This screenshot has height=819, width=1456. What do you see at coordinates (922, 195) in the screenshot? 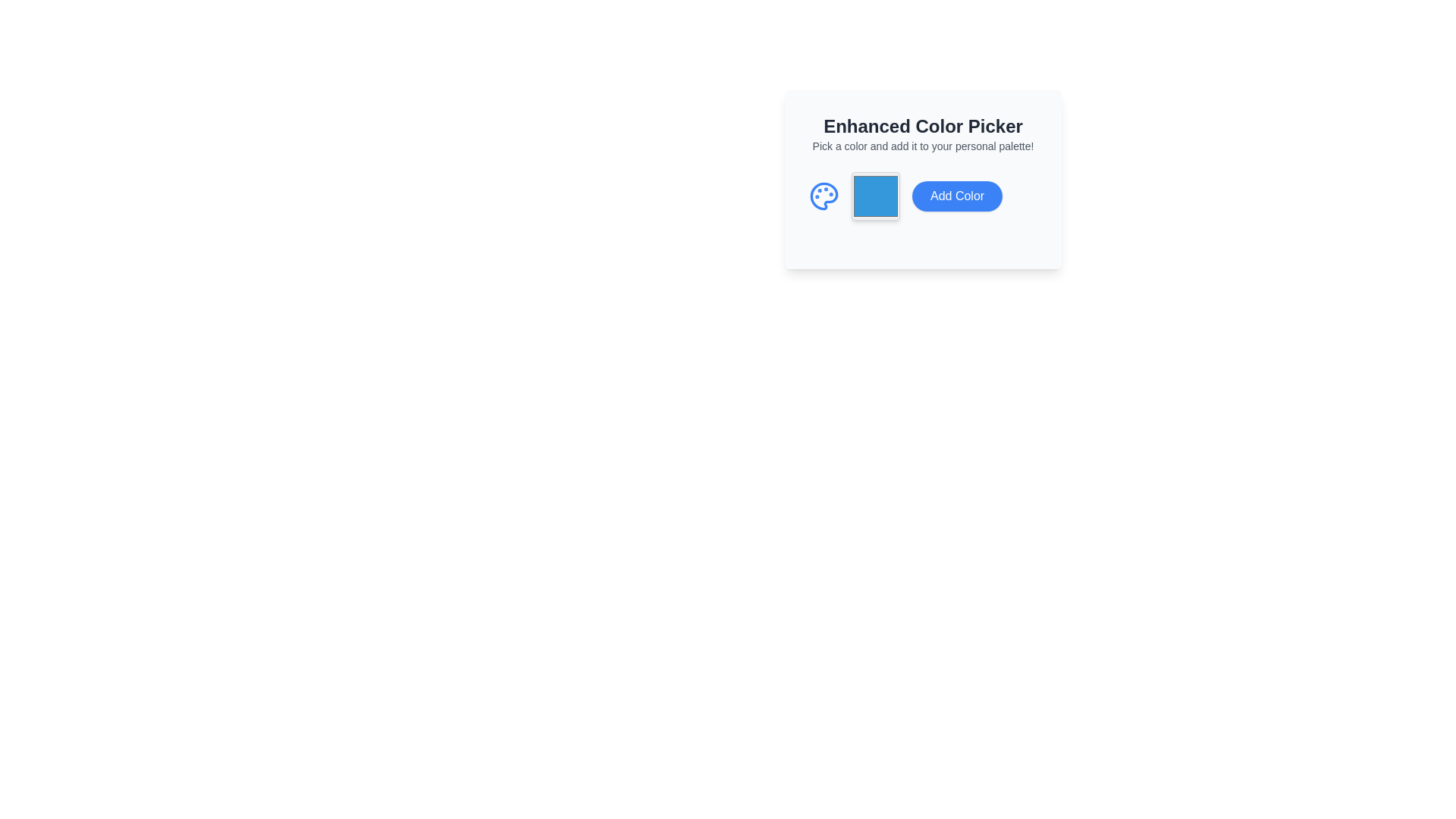
I see `the blue button labeled 'Add Color' to observe any hover effects within the color picker widget` at bounding box center [922, 195].